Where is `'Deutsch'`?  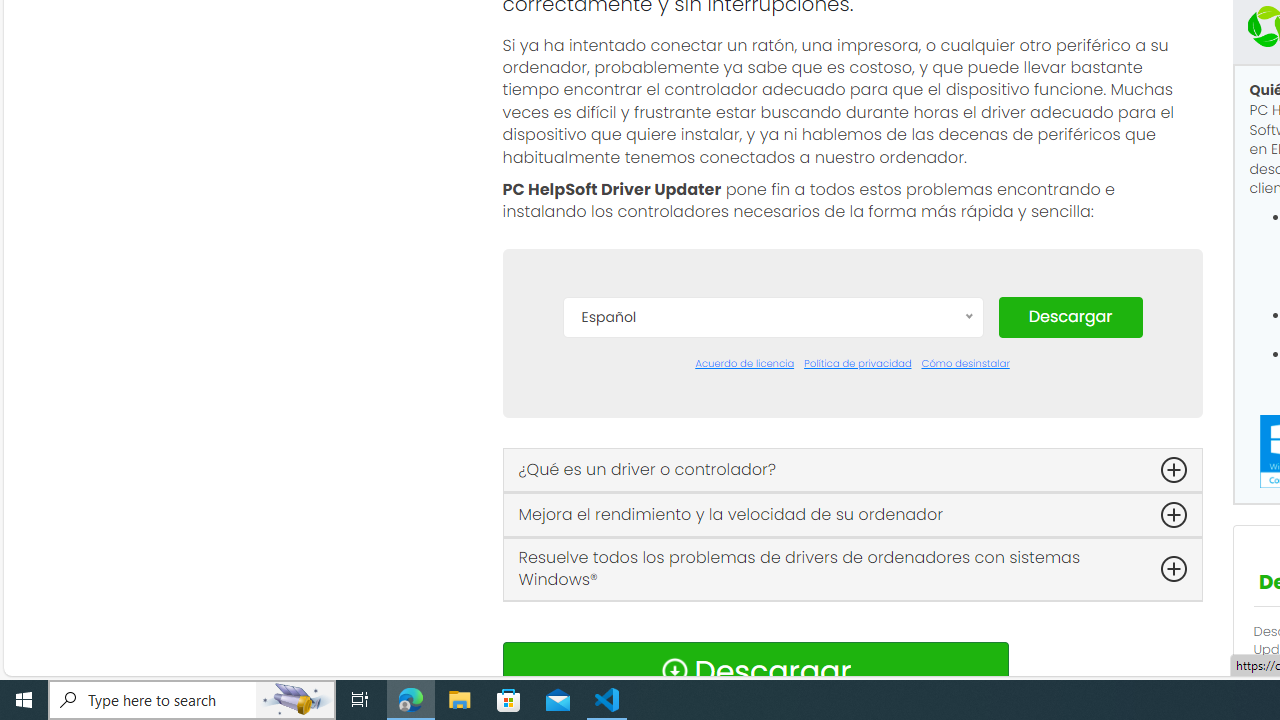
'Deutsch' is located at coordinates (771, 472).